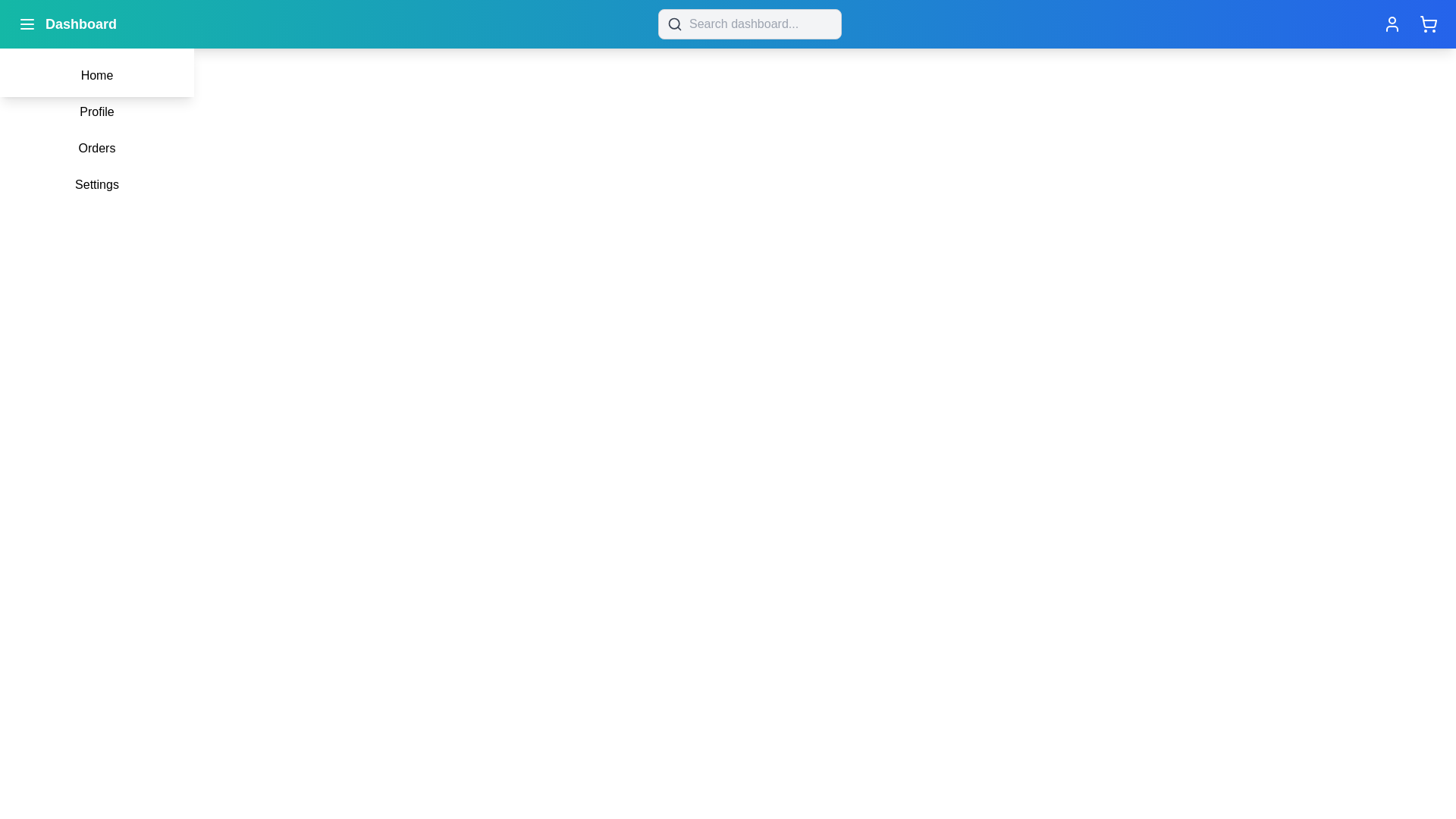 The width and height of the screenshot is (1456, 819). What do you see at coordinates (1428, 22) in the screenshot?
I see `the main body of the shopping cart icon located in the top-right corner of the navigation bar` at bounding box center [1428, 22].